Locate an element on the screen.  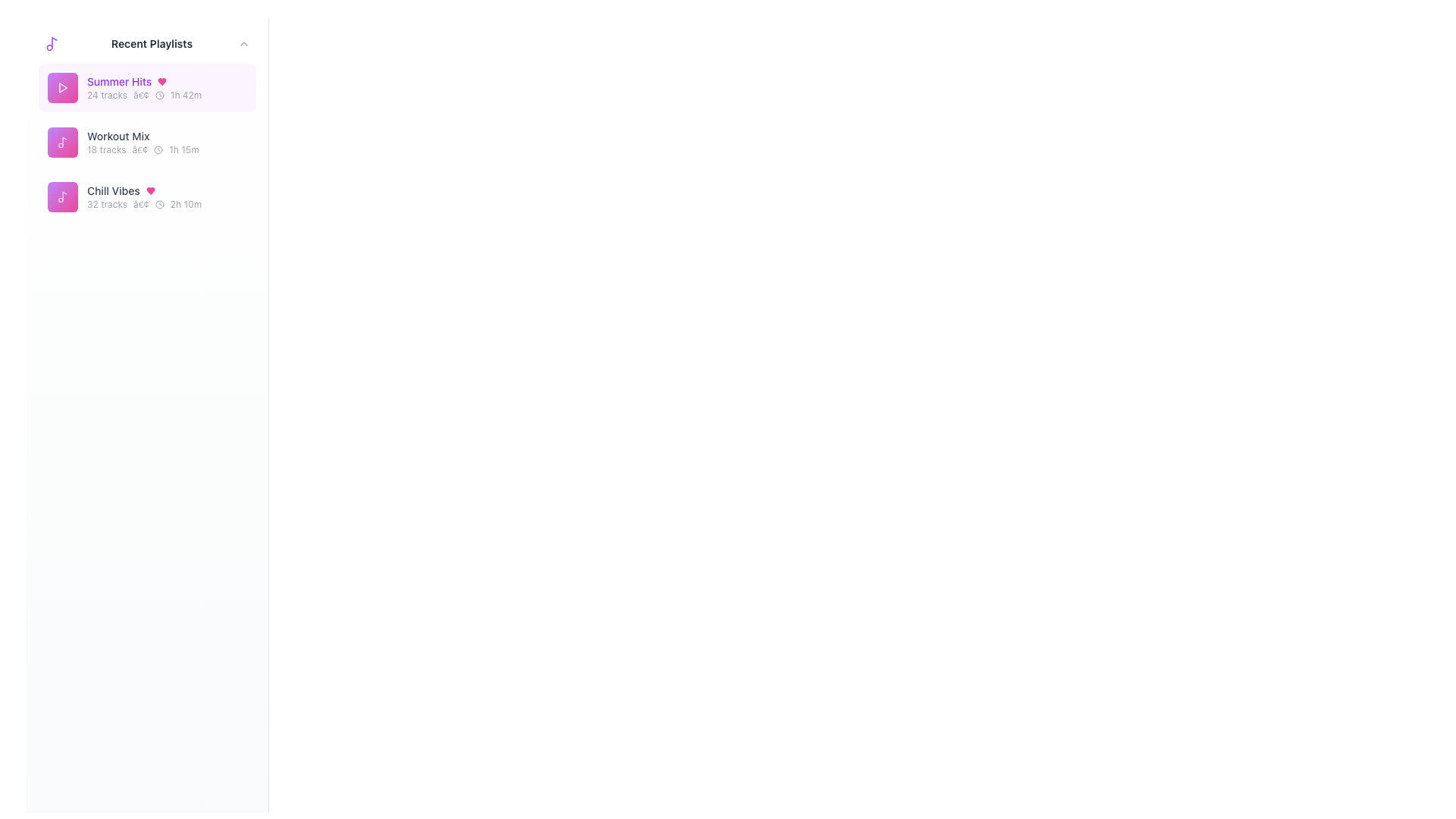
the 'play' icon, which is a triangle shape filled with a uniform color, located beside the 'Summer Hits' playlist entry in the music app interface is located at coordinates (62, 87).